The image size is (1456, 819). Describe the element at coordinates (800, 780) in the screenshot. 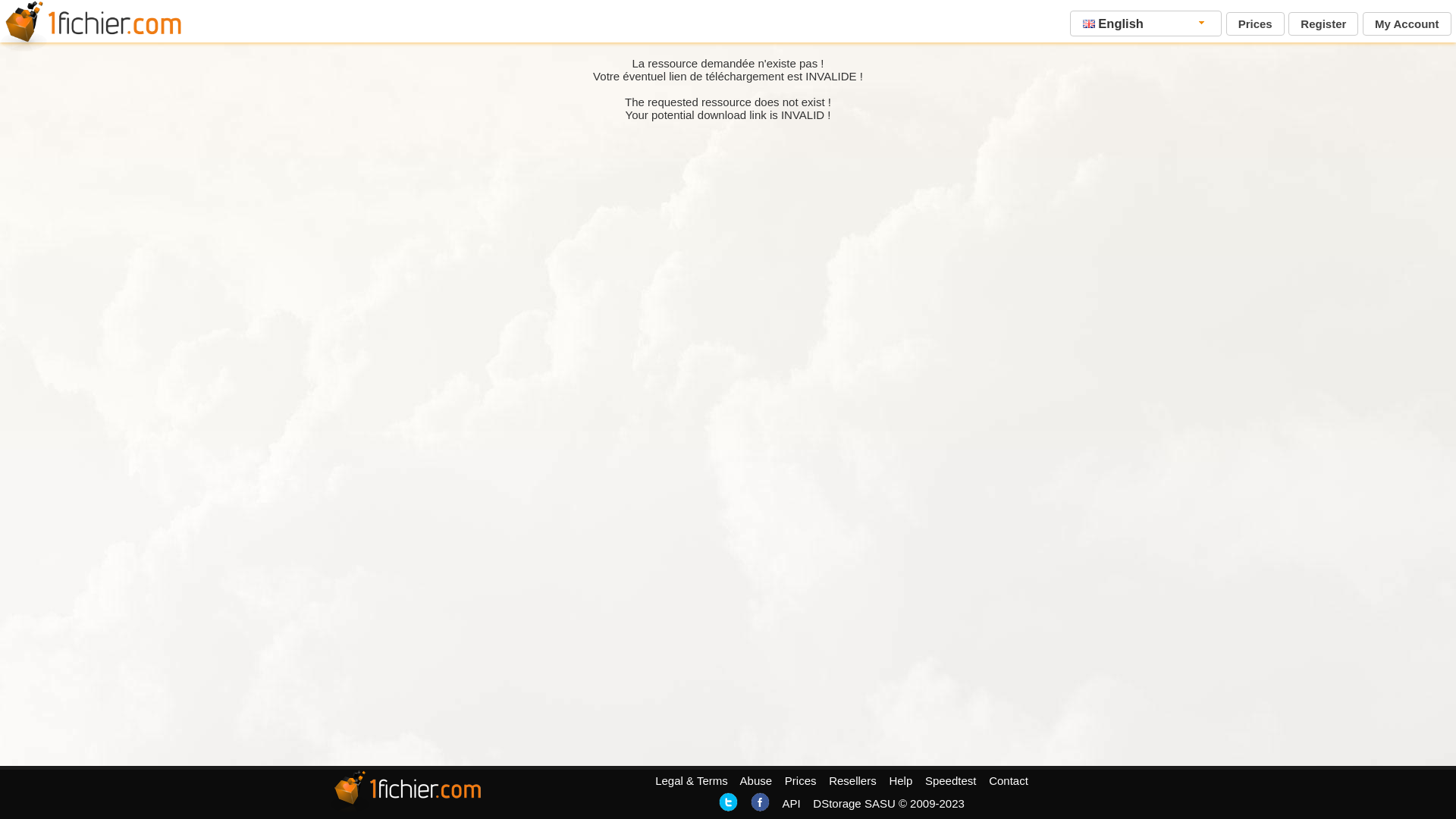

I see `'Prices'` at that location.